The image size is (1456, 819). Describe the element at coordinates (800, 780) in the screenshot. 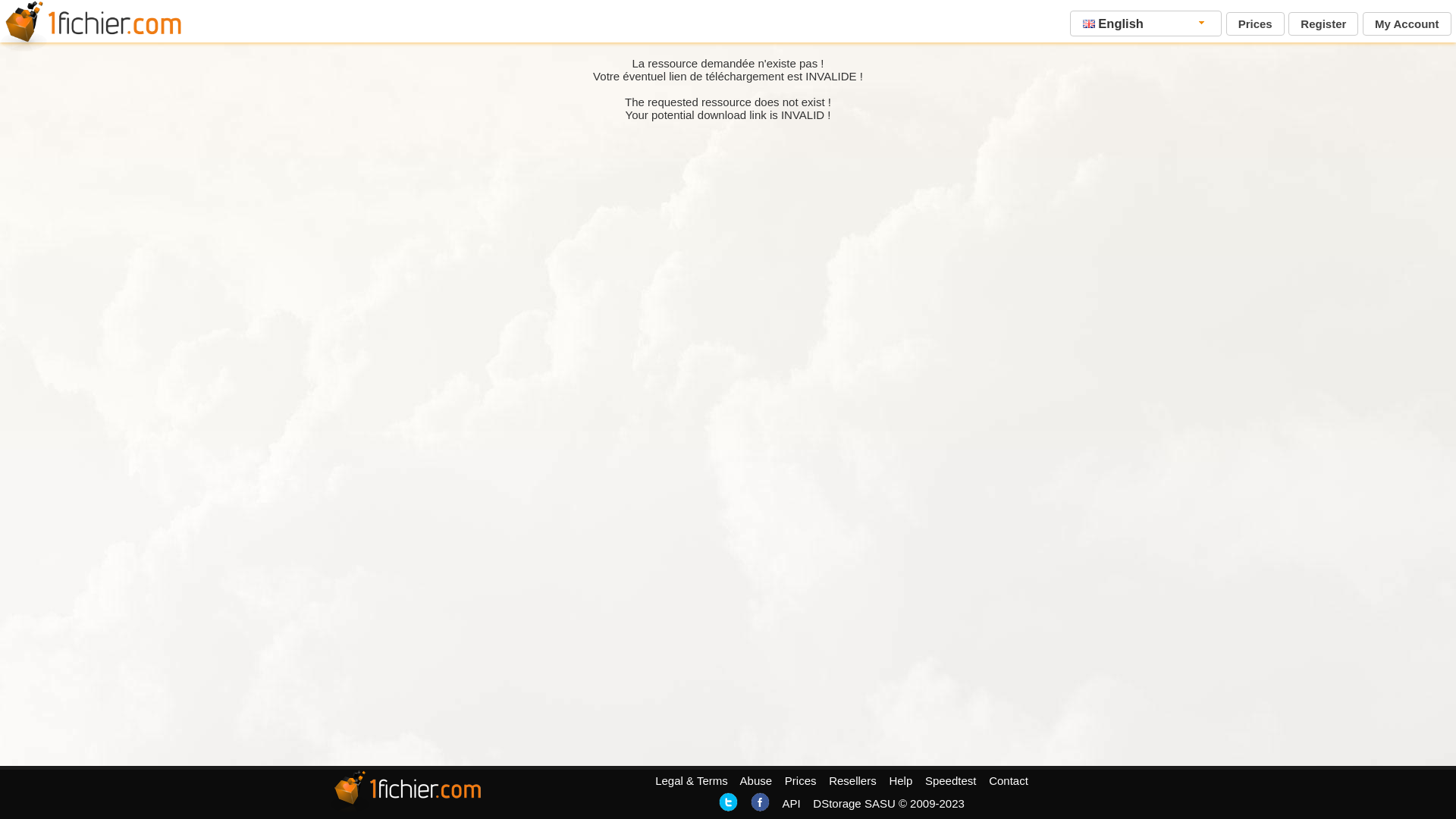

I see `'Prices'` at that location.